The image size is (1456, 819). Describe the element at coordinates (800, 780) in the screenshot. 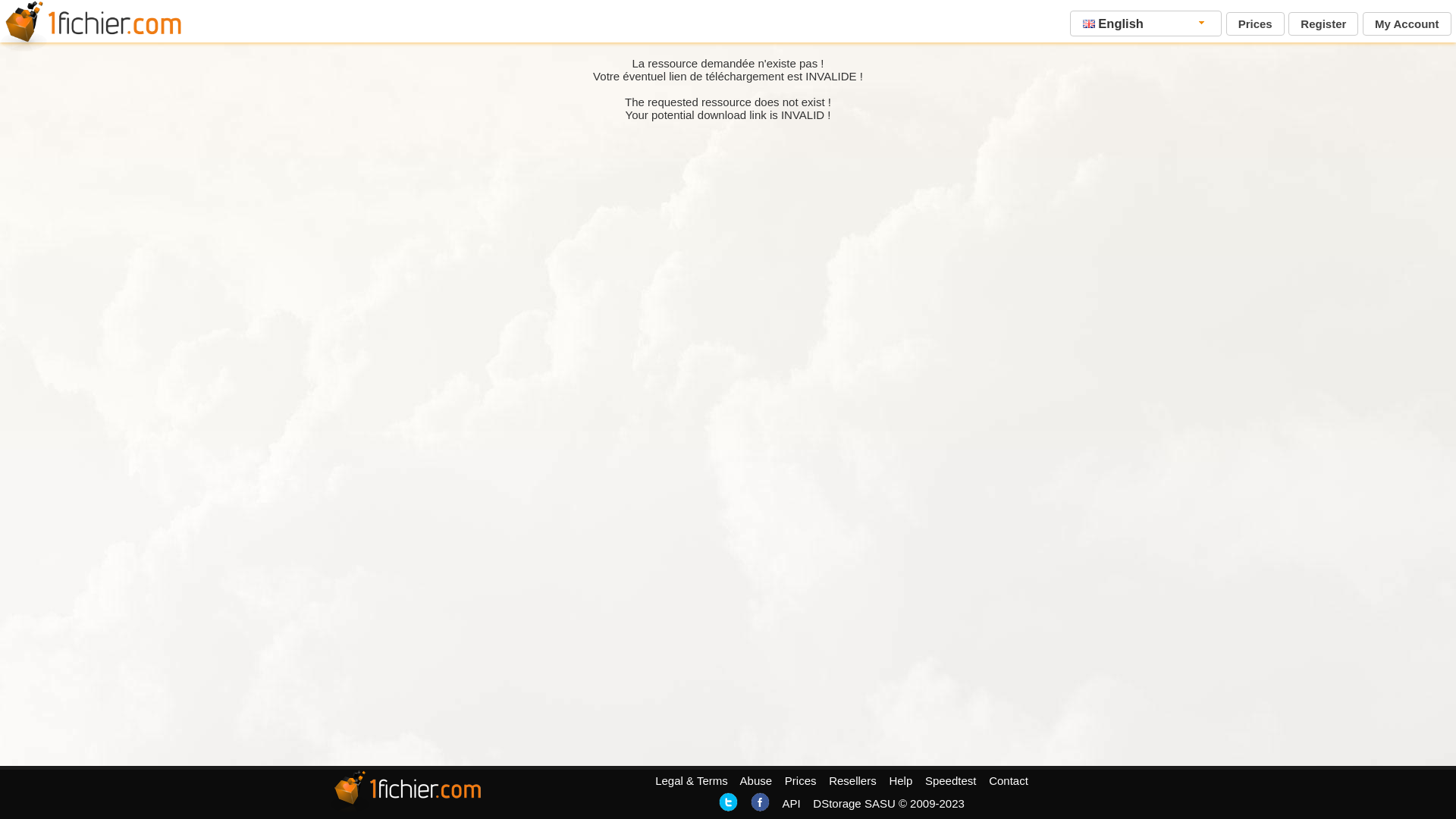

I see `'Prices'` at that location.